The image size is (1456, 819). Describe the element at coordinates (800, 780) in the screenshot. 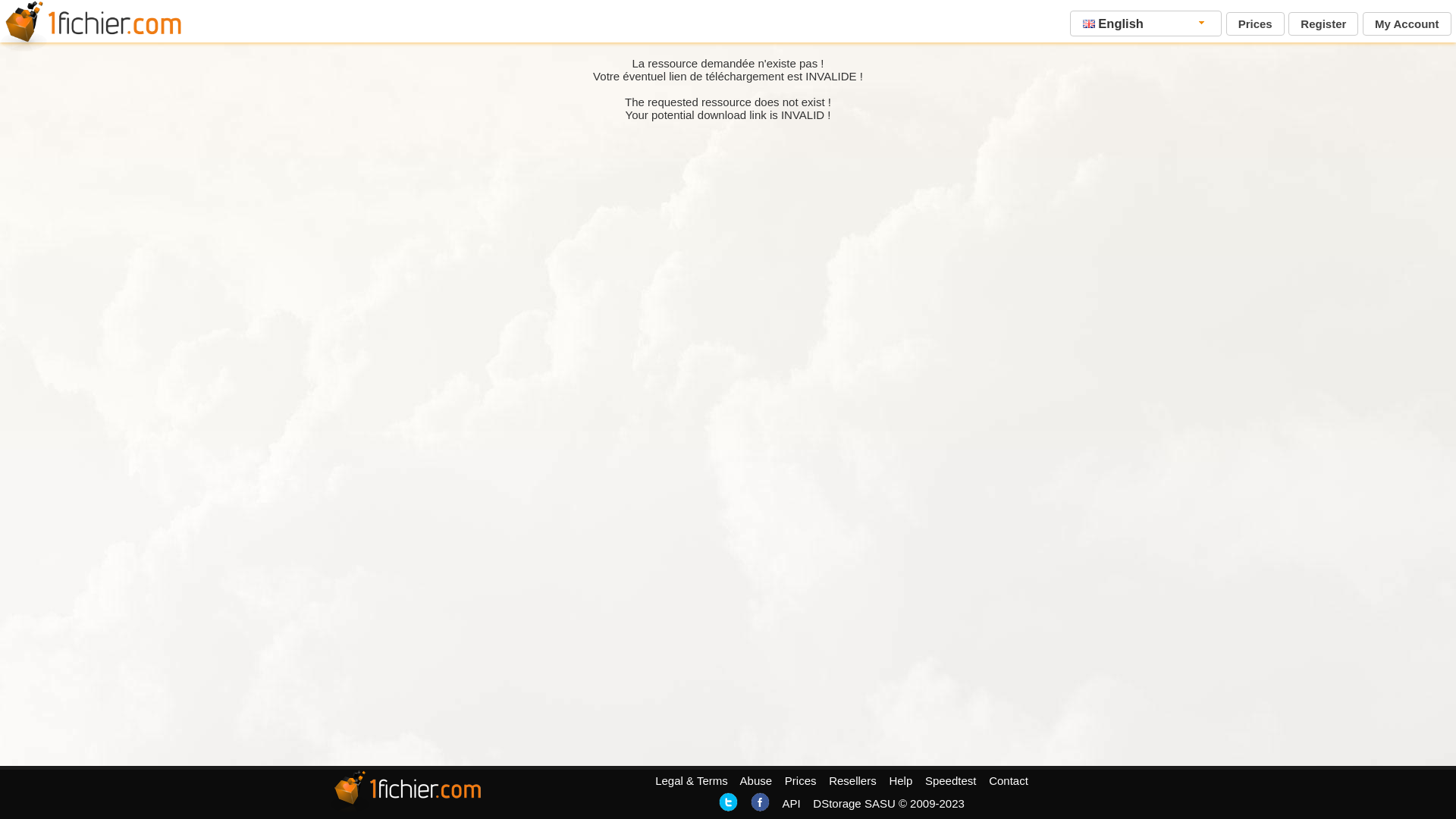

I see `'Prices'` at that location.